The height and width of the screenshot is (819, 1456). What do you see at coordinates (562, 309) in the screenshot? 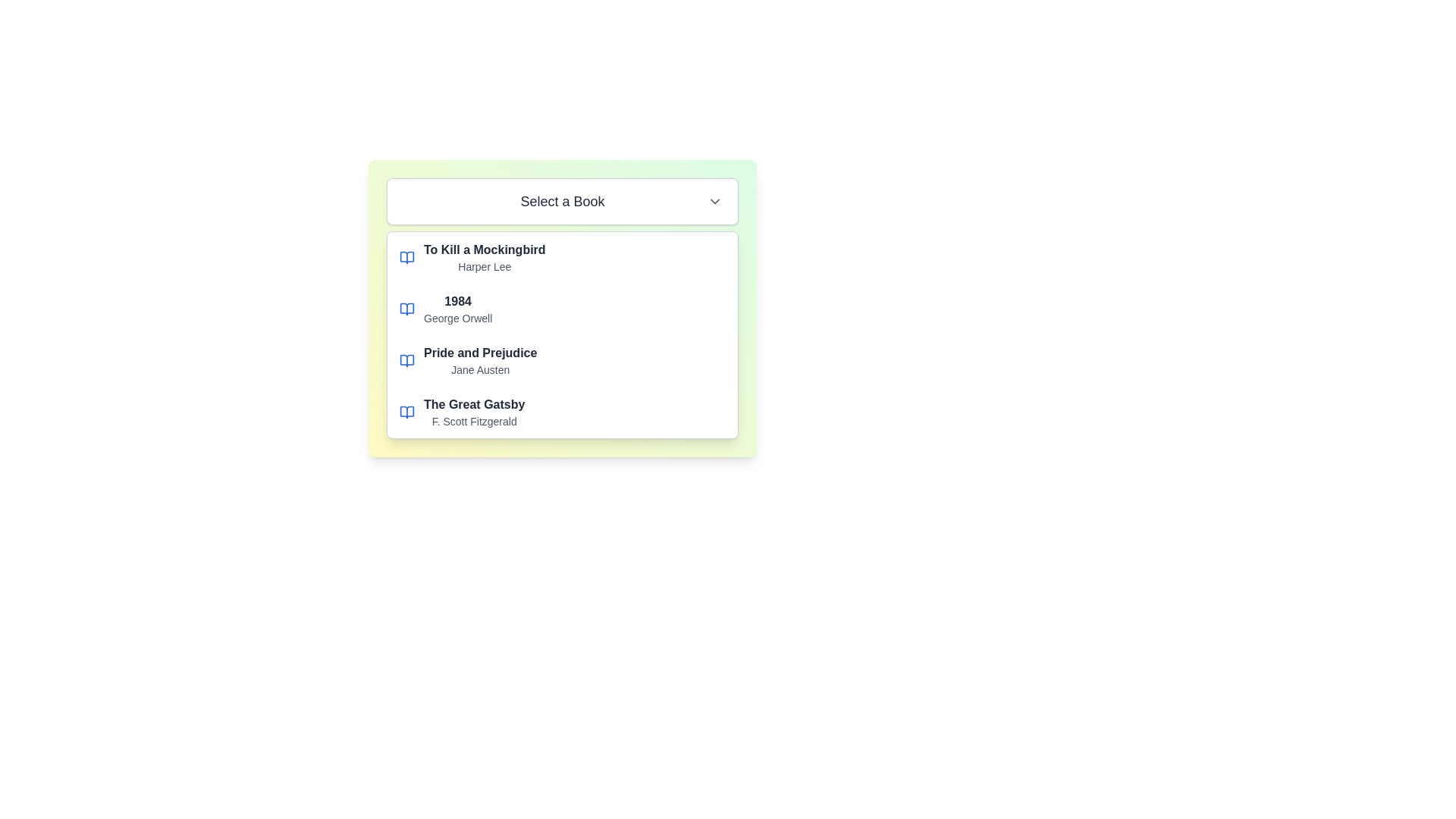
I see `the second list item representing a book, which provides information about the book title and author` at bounding box center [562, 309].